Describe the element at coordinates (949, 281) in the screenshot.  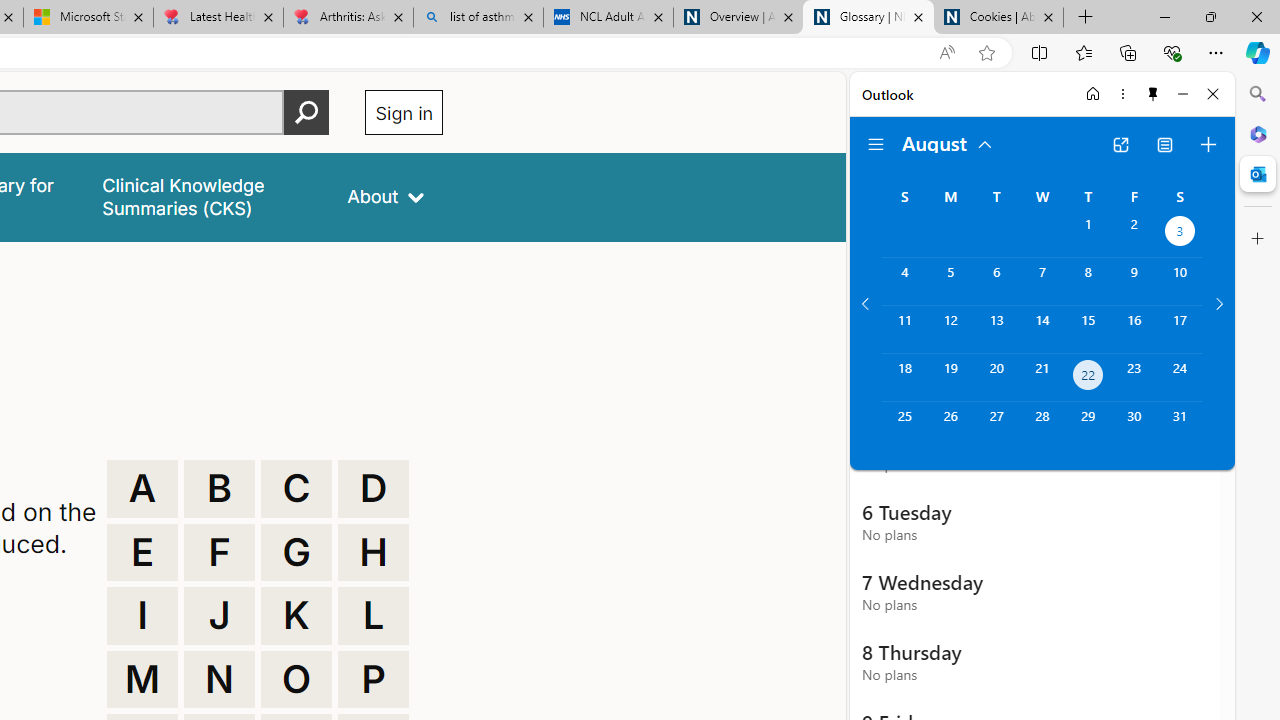
I see `'Monday, August 5, 2024. '` at that location.